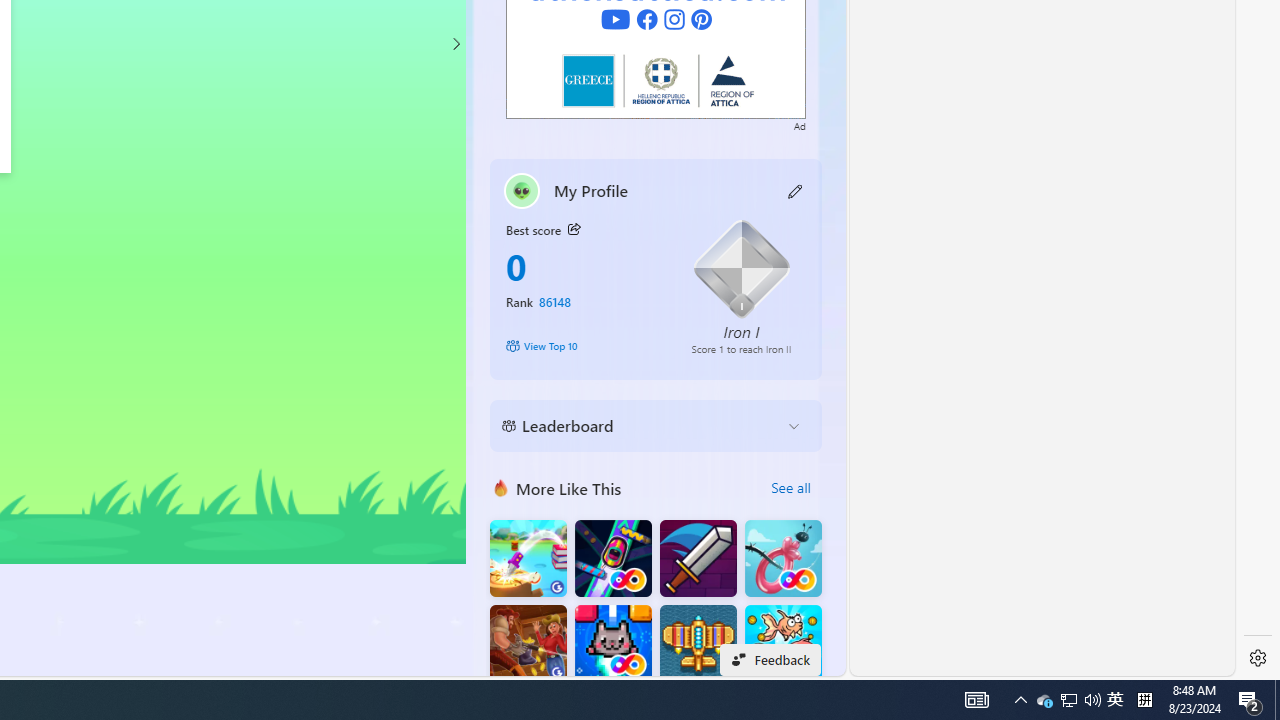  Describe the element at coordinates (583, 344) in the screenshot. I see `'View Top 10'` at that location.